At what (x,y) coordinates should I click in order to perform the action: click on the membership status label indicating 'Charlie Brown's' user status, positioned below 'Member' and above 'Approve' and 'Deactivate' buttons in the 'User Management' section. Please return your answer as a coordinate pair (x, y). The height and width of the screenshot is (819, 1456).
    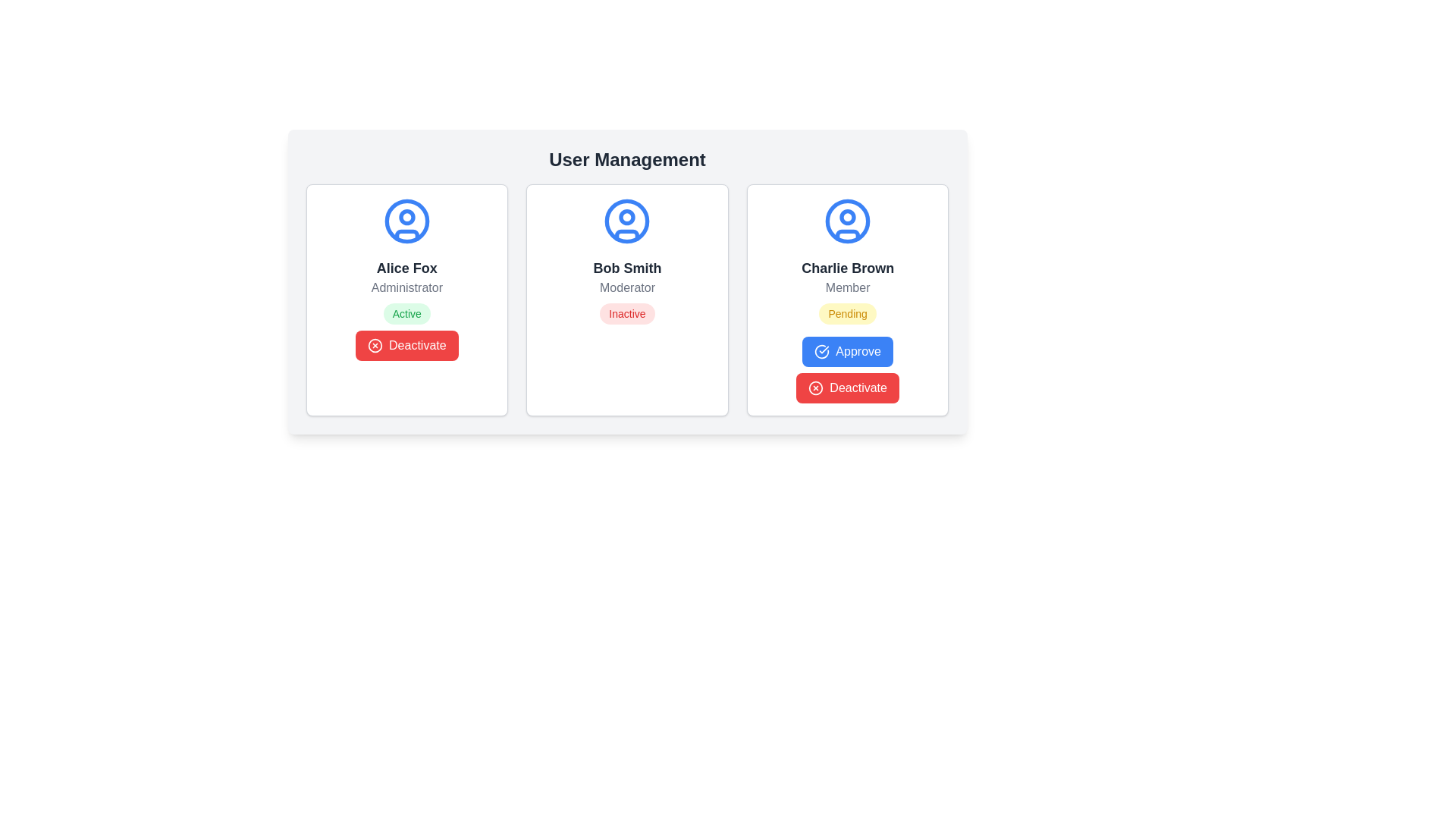
    Looking at the image, I should click on (847, 312).